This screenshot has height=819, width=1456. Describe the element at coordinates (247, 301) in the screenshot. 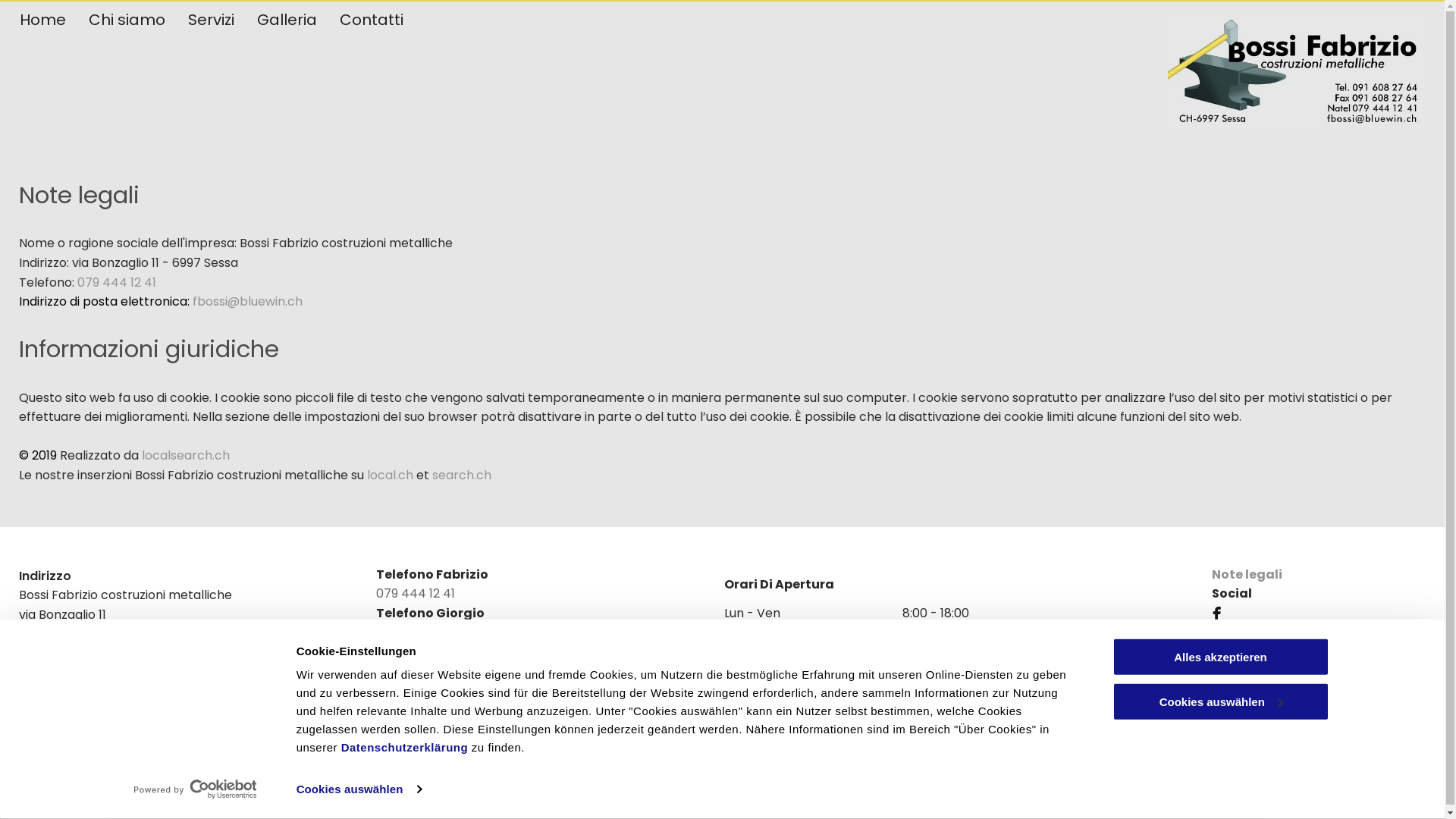

I see `'fbossi@bluewin.ch'` at that location.